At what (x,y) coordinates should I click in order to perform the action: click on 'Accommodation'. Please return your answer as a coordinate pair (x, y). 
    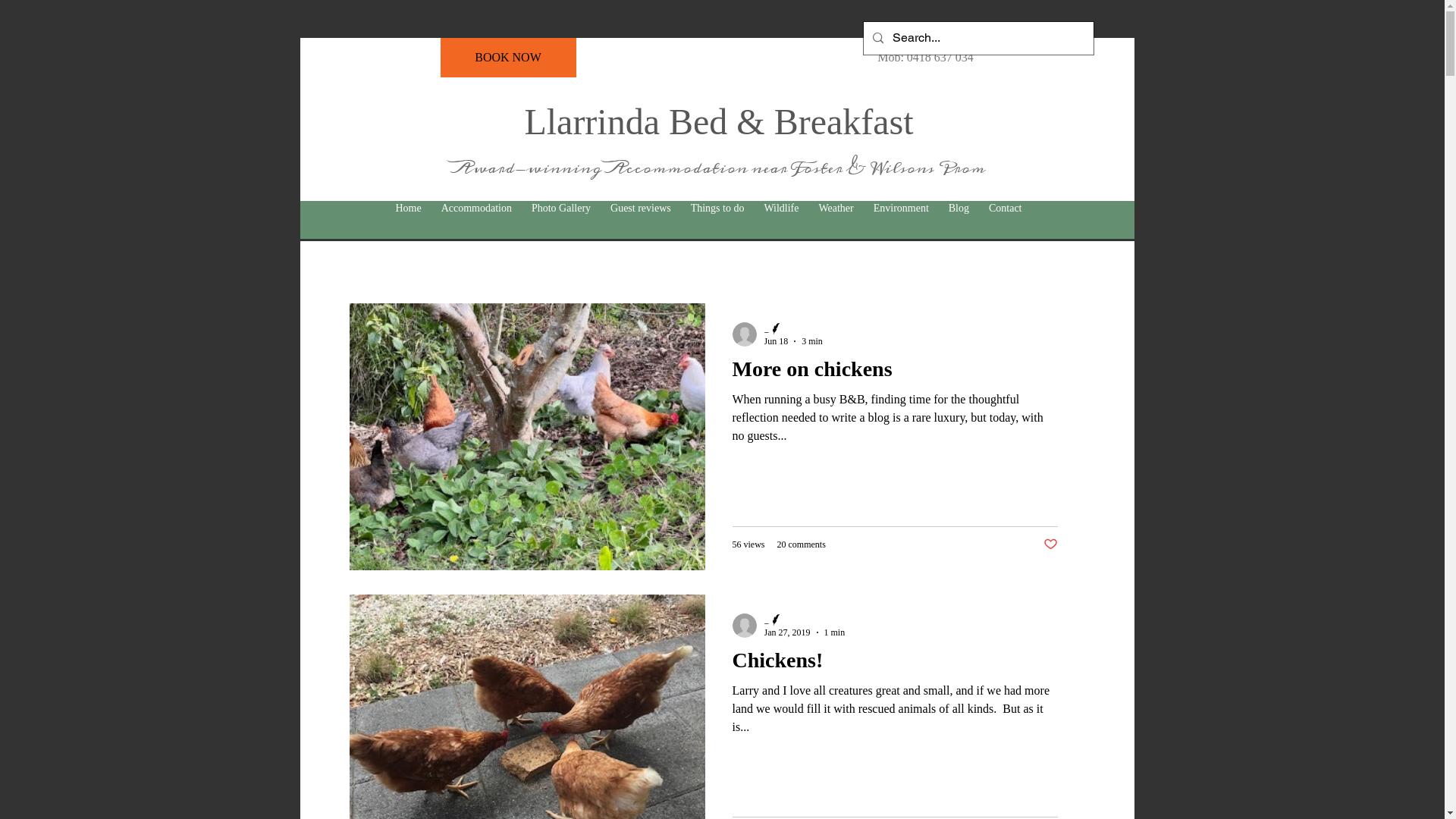
    Looking at the image, I should click on (475, 208).